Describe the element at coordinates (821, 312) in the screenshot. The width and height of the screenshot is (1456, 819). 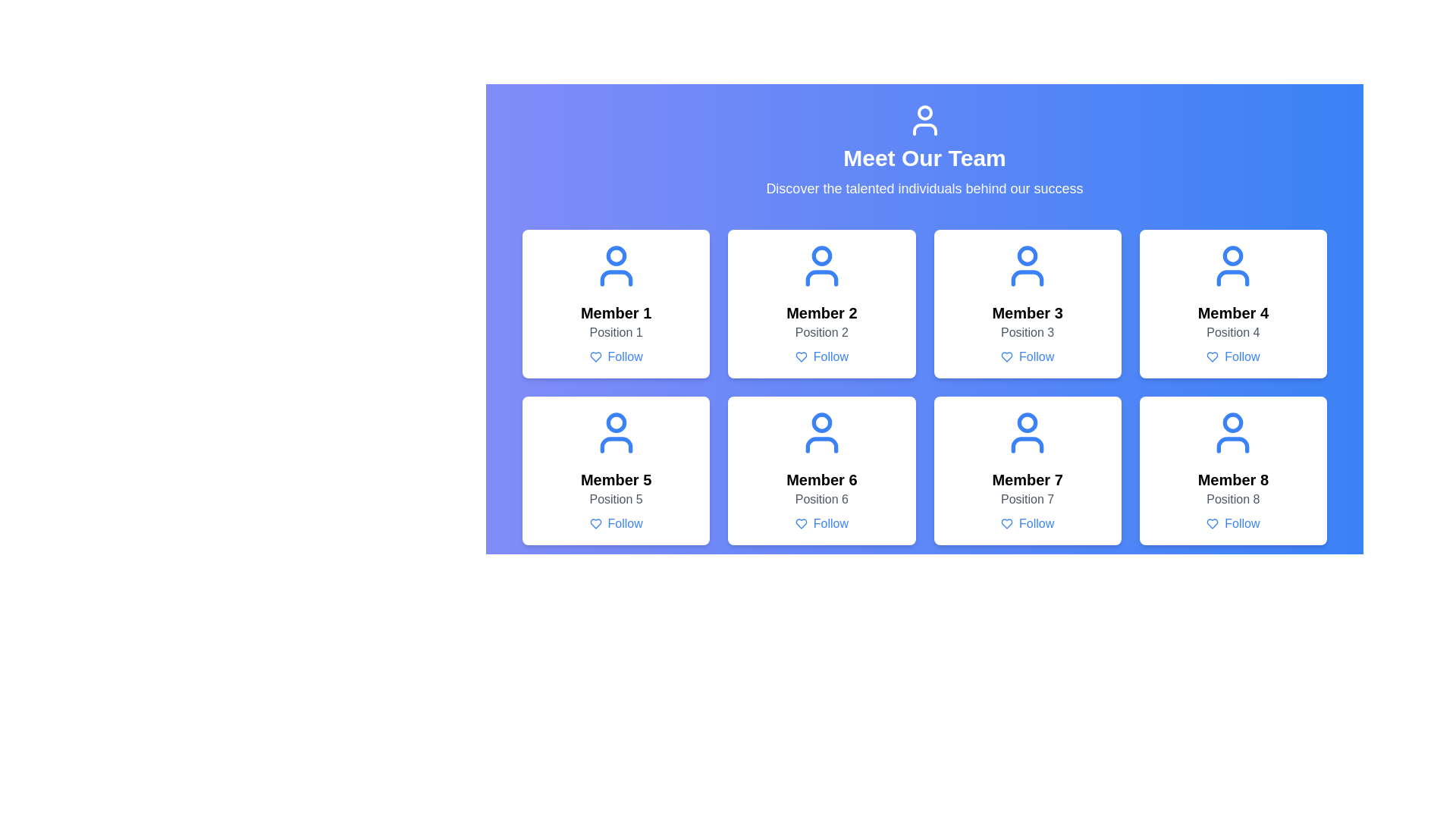
I see `the text label displaying 'Member 2', which is prominently styled in bold font and part of the card for the team member in the grid layout` at that location.